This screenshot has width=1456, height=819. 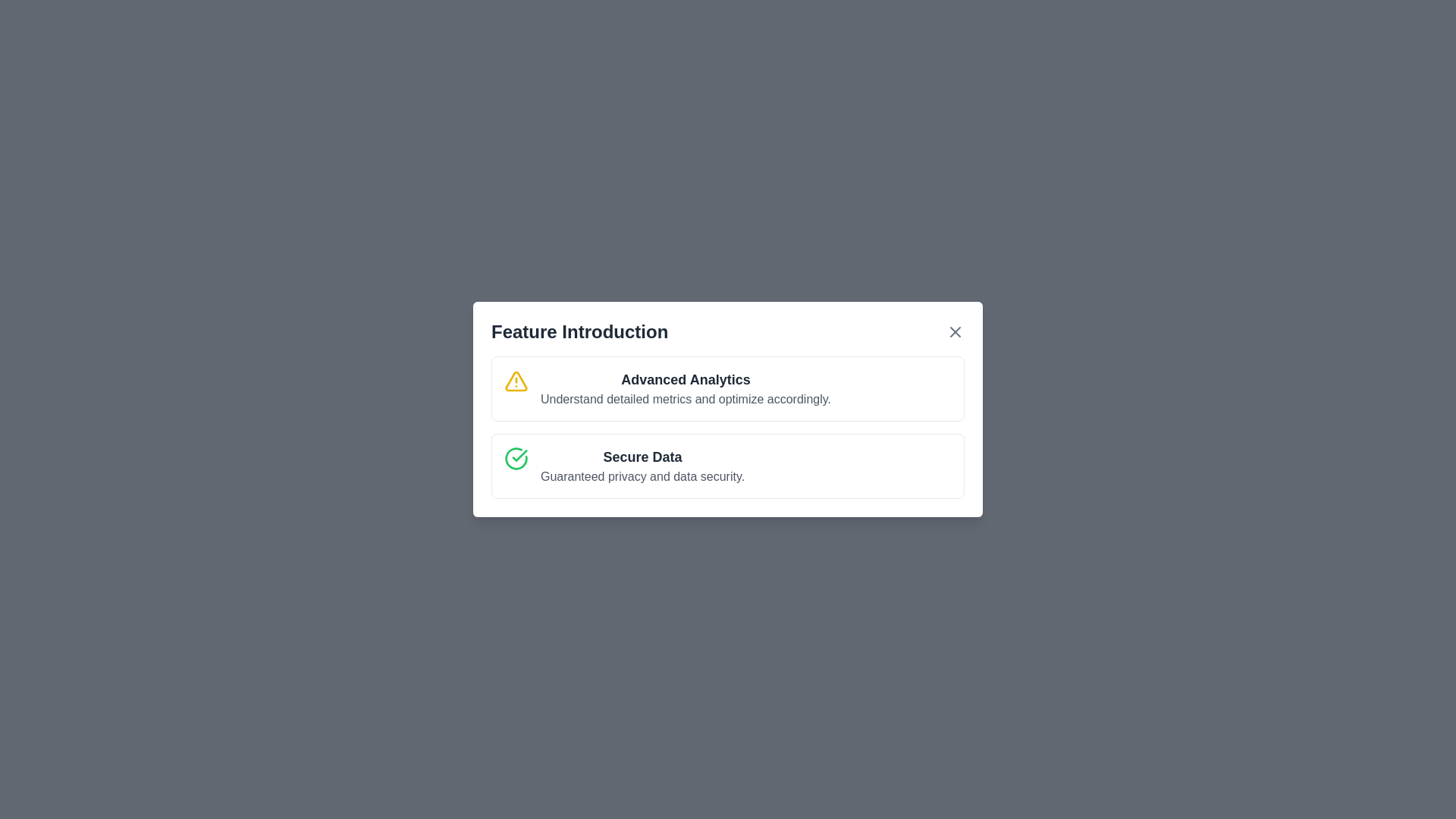 What do you see at coordinates (516, 458) in the screenshot?
I see `the visual impact of the green checkmark icon styled within a green circle, which is located to the left of the 'Secure Data' text inside the card component` at bounding box center [516, 458].